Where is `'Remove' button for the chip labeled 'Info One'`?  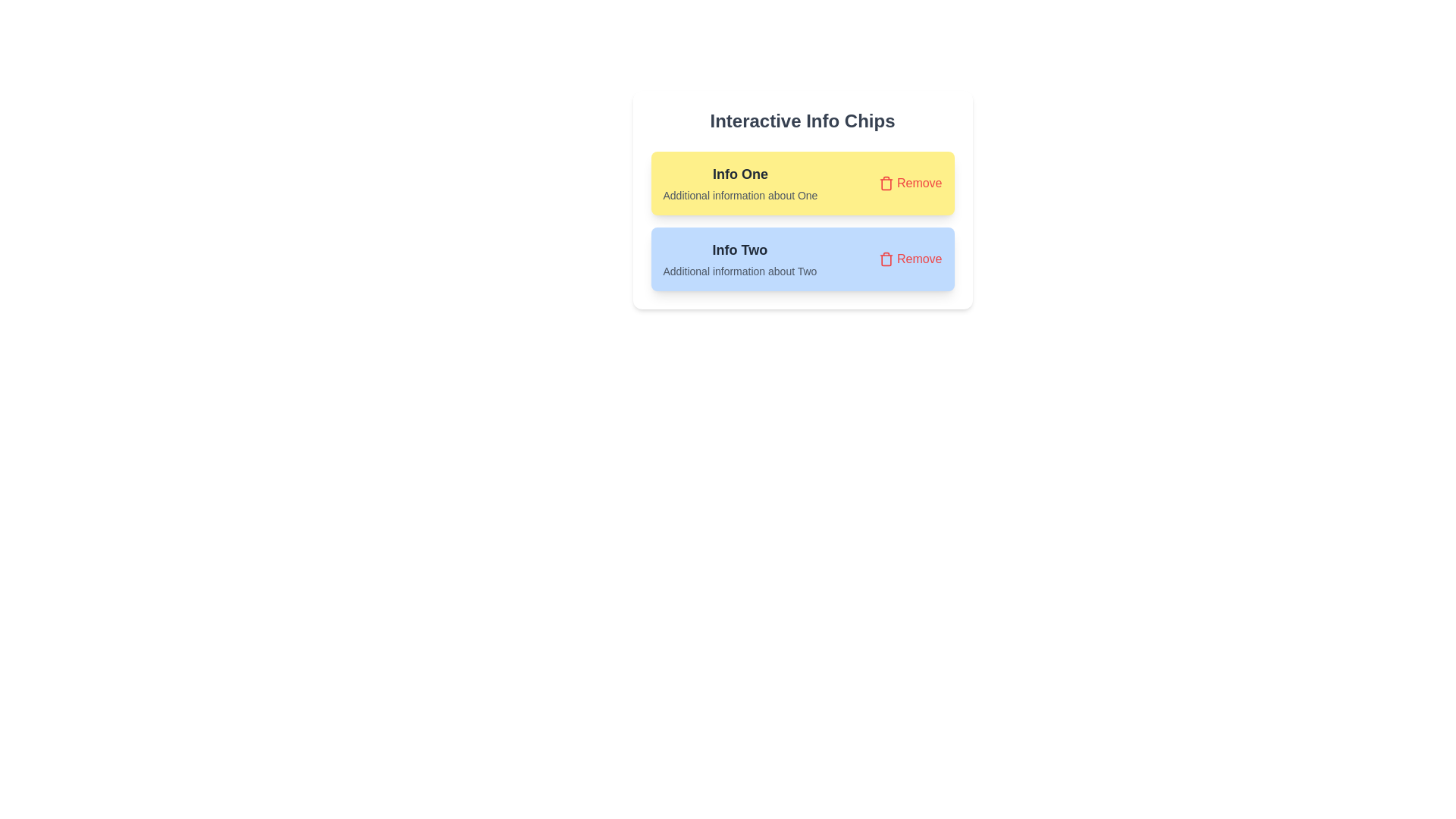 'Remove' button for the chip labeled 'Info One' is located at coordinates (910, 183).